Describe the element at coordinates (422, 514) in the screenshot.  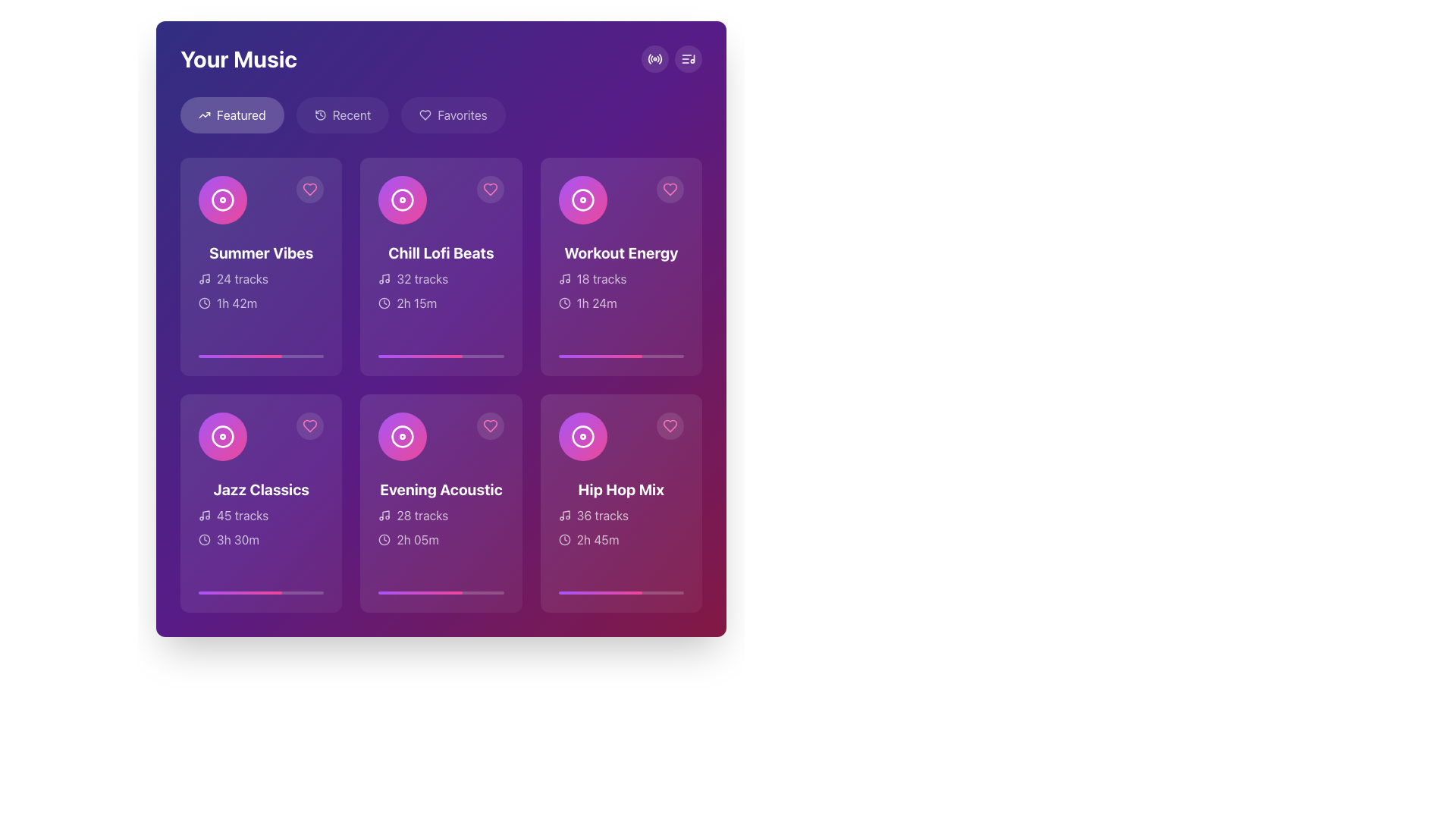
I see `the label that displays the number of tracks available in the 'Evening Acoustic' card, which is located in the second row, second column of the grid layout` at that location.